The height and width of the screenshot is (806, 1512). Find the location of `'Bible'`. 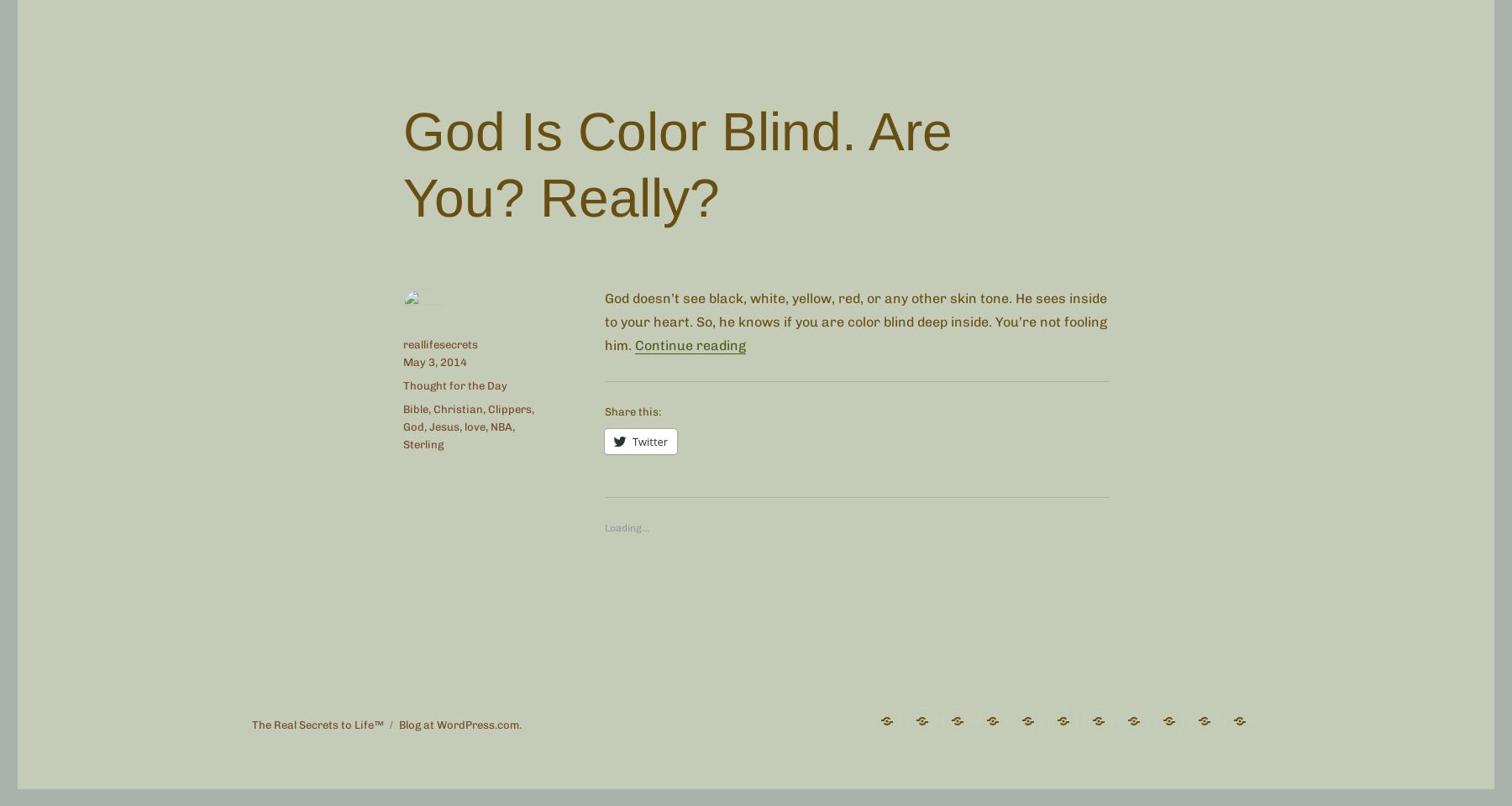

'Bible' is located at coordinates (415, 408).